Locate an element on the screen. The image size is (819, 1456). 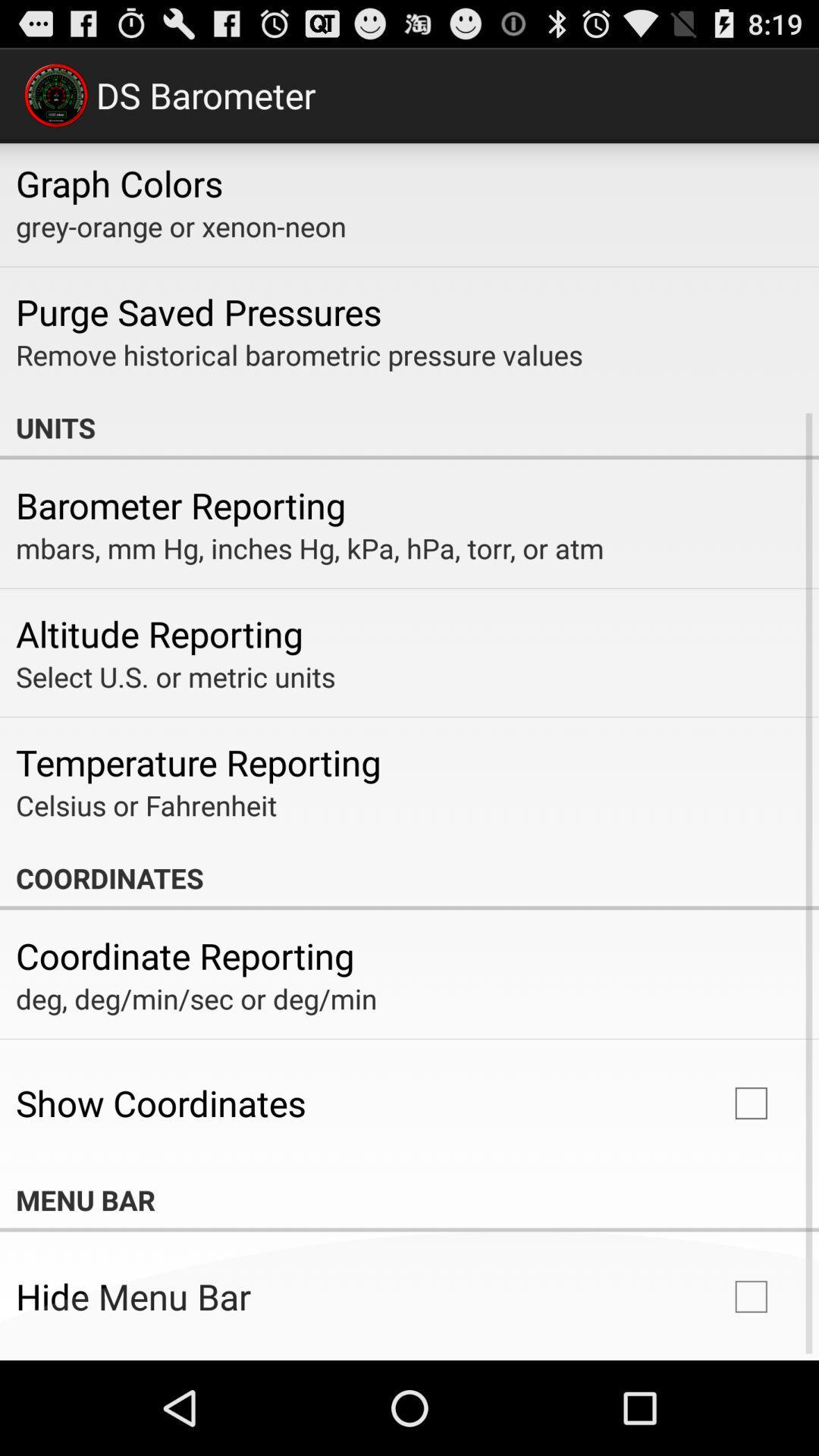
the grey orange or app is located at coordinates (180, 225).